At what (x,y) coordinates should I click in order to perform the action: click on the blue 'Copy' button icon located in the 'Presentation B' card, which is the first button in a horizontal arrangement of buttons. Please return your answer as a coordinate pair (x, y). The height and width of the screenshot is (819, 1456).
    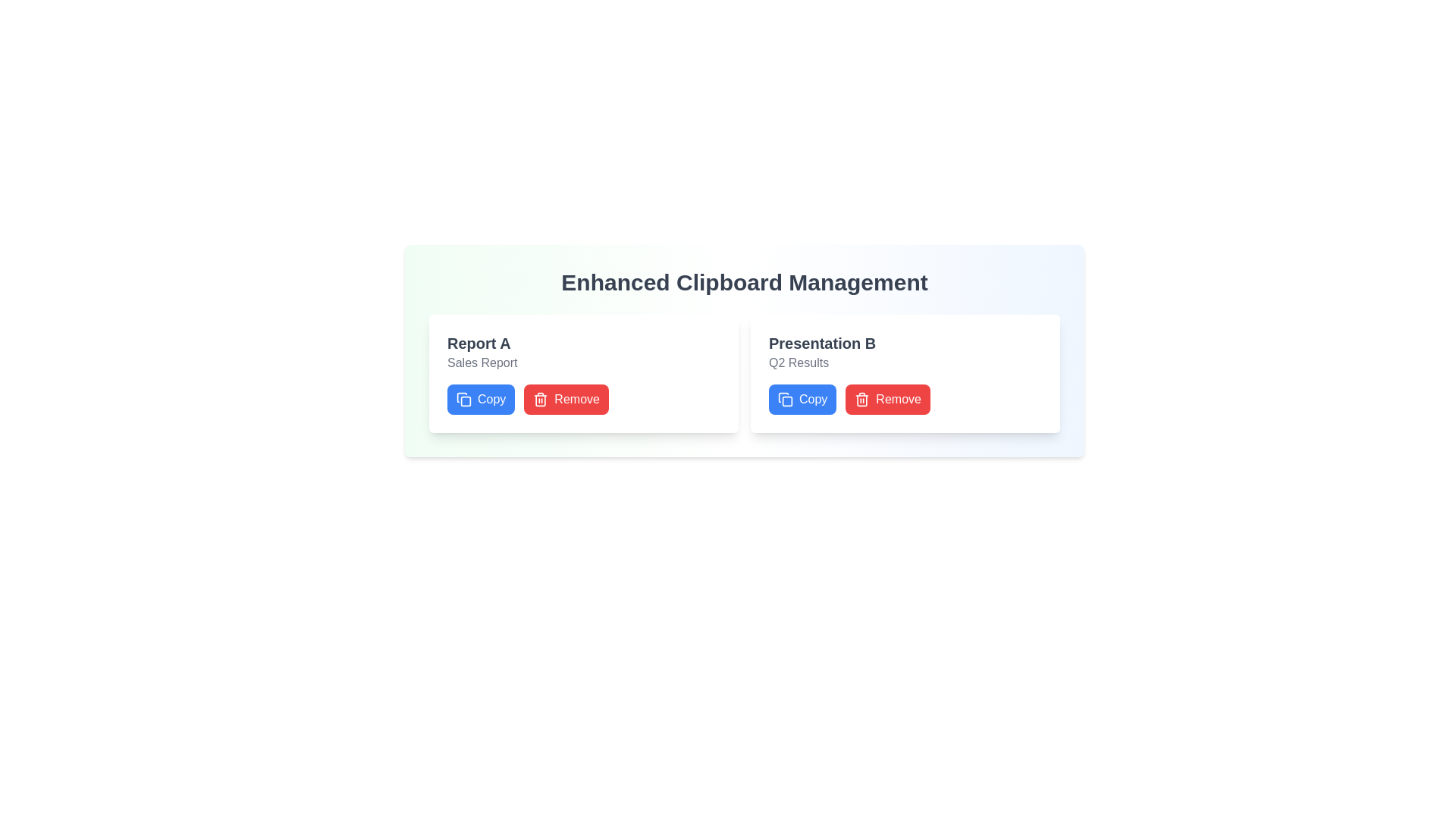
    Looking at the image, I should click on (786, 399).